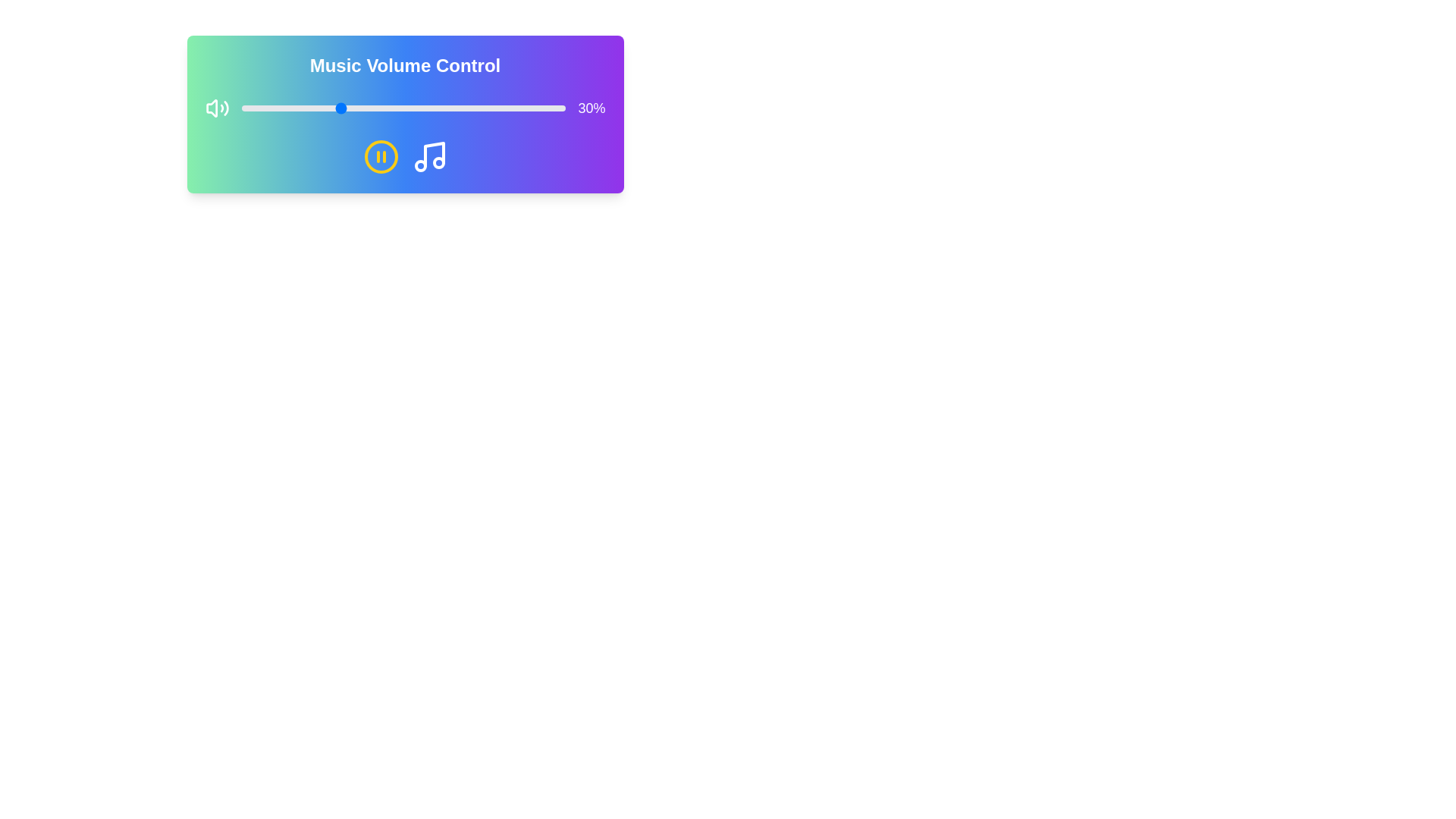  What do you see at coordinates (497, 107) in the screenshot?
I see `the volume` at bounding box center [497, 107].